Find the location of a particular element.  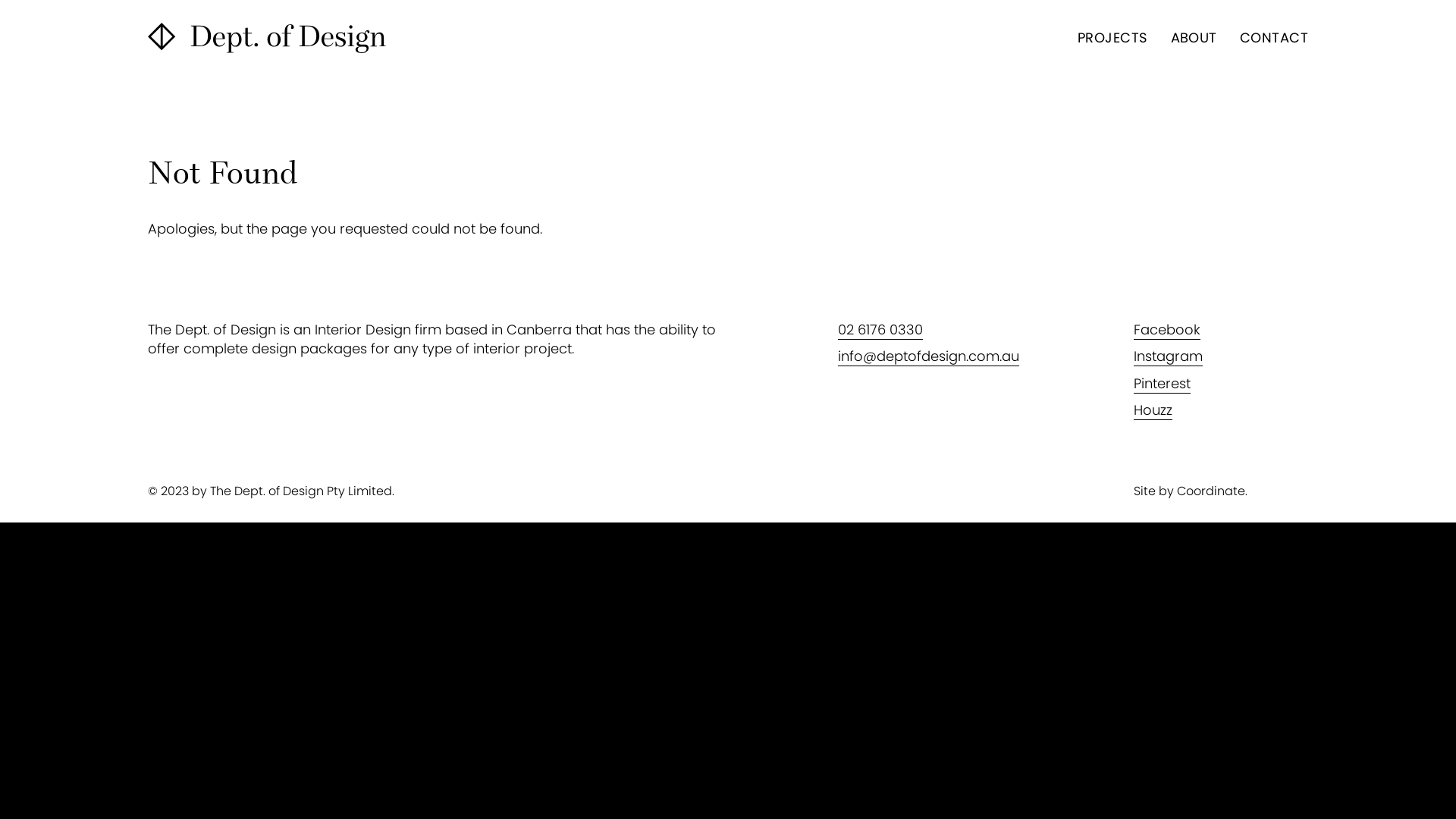

'CONTACT' is located at coordinates (1274, 37).